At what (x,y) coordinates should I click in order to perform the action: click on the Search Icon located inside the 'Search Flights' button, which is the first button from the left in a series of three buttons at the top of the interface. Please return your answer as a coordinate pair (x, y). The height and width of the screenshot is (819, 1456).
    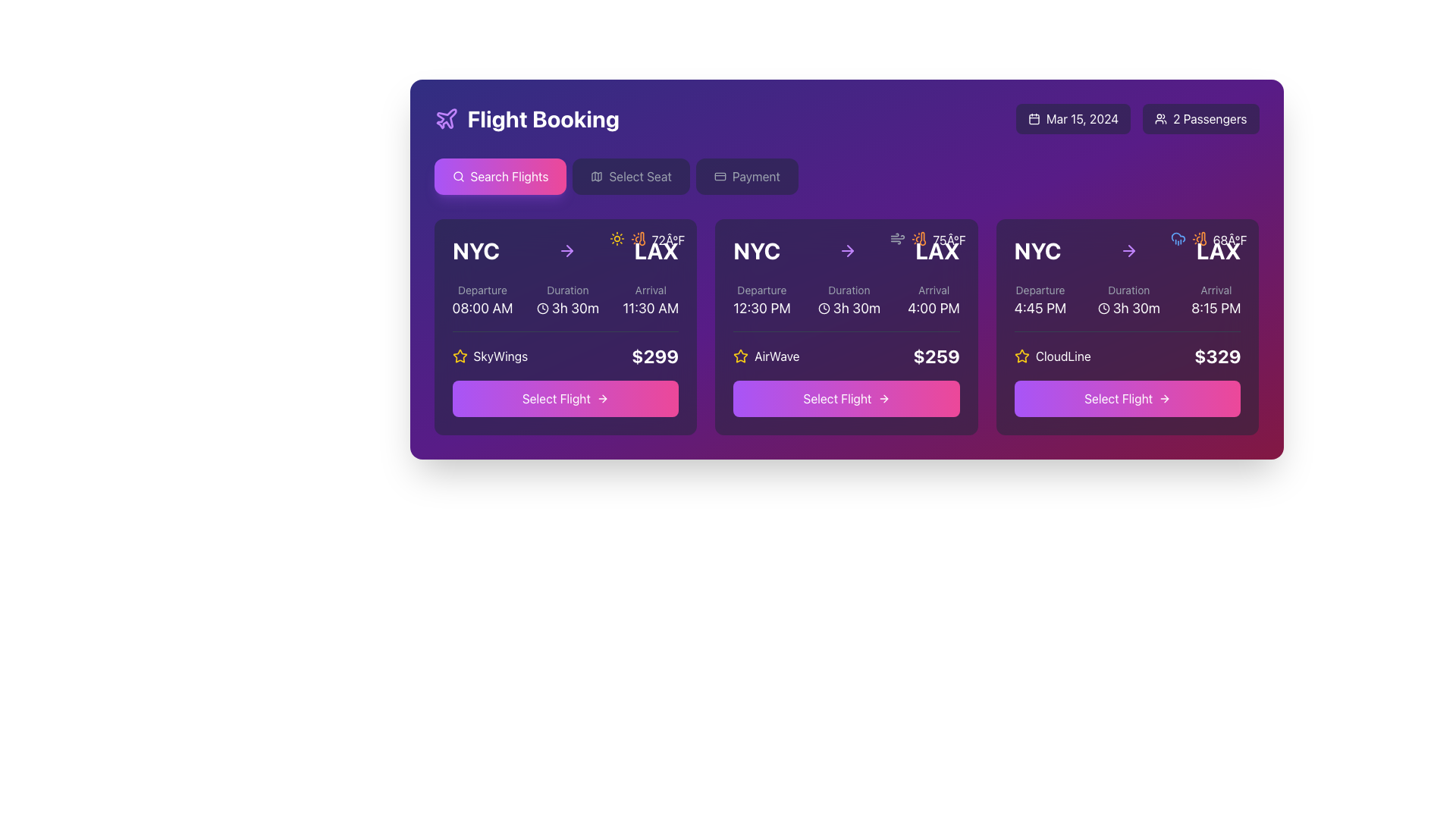
    Looking at the image, I should click on (457, 175).